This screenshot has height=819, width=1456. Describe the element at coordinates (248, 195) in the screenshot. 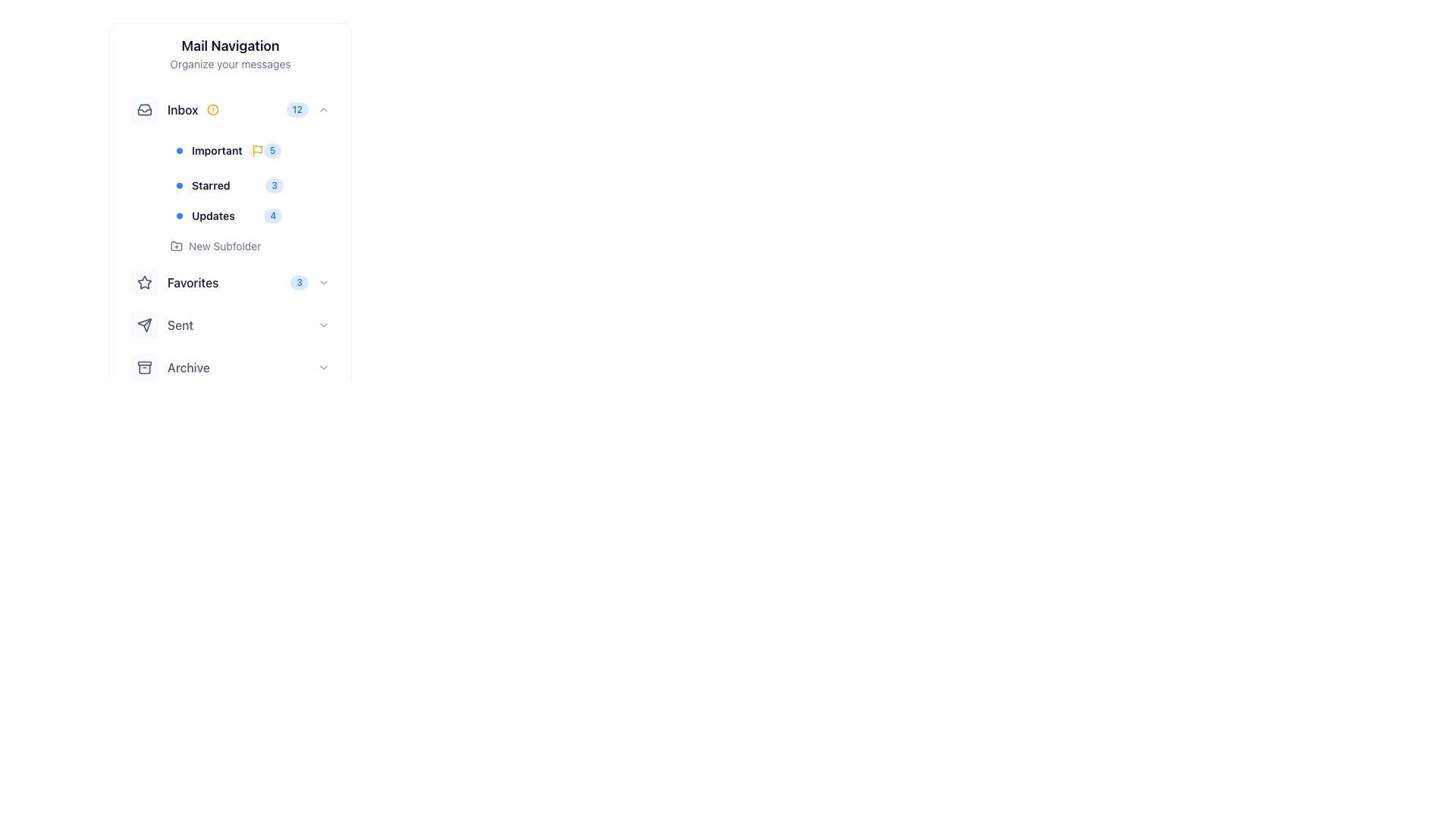

I see `the 'Starred' interactive button in the Inbox category` at that location.